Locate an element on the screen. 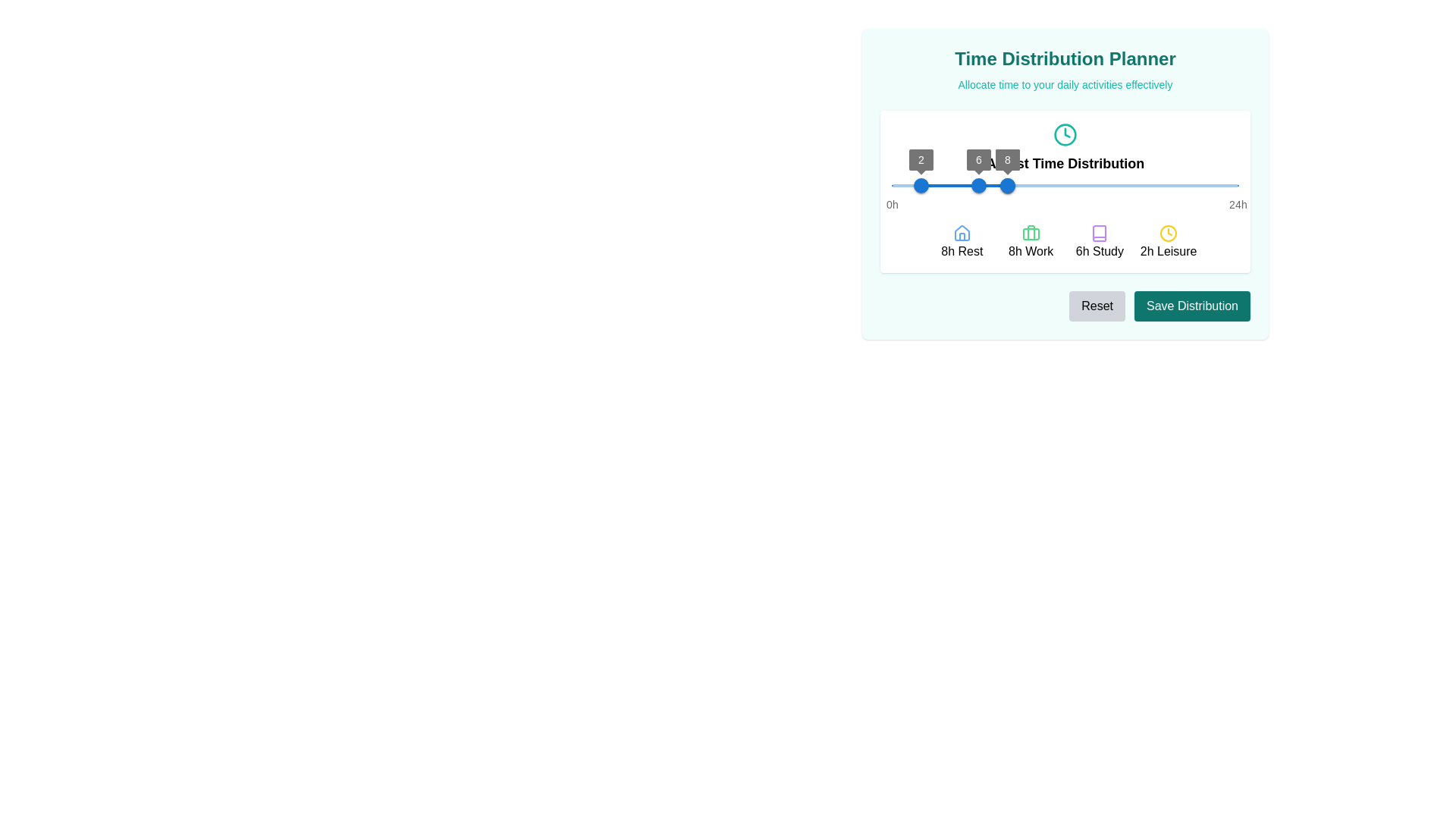 This screenshot has width=1456, height=819. the 'Leisure' activity icon represented by the label '2h Leisure', which is centrally positioned above the text, to understand its visual representation is located at coordinates (1168, 234).